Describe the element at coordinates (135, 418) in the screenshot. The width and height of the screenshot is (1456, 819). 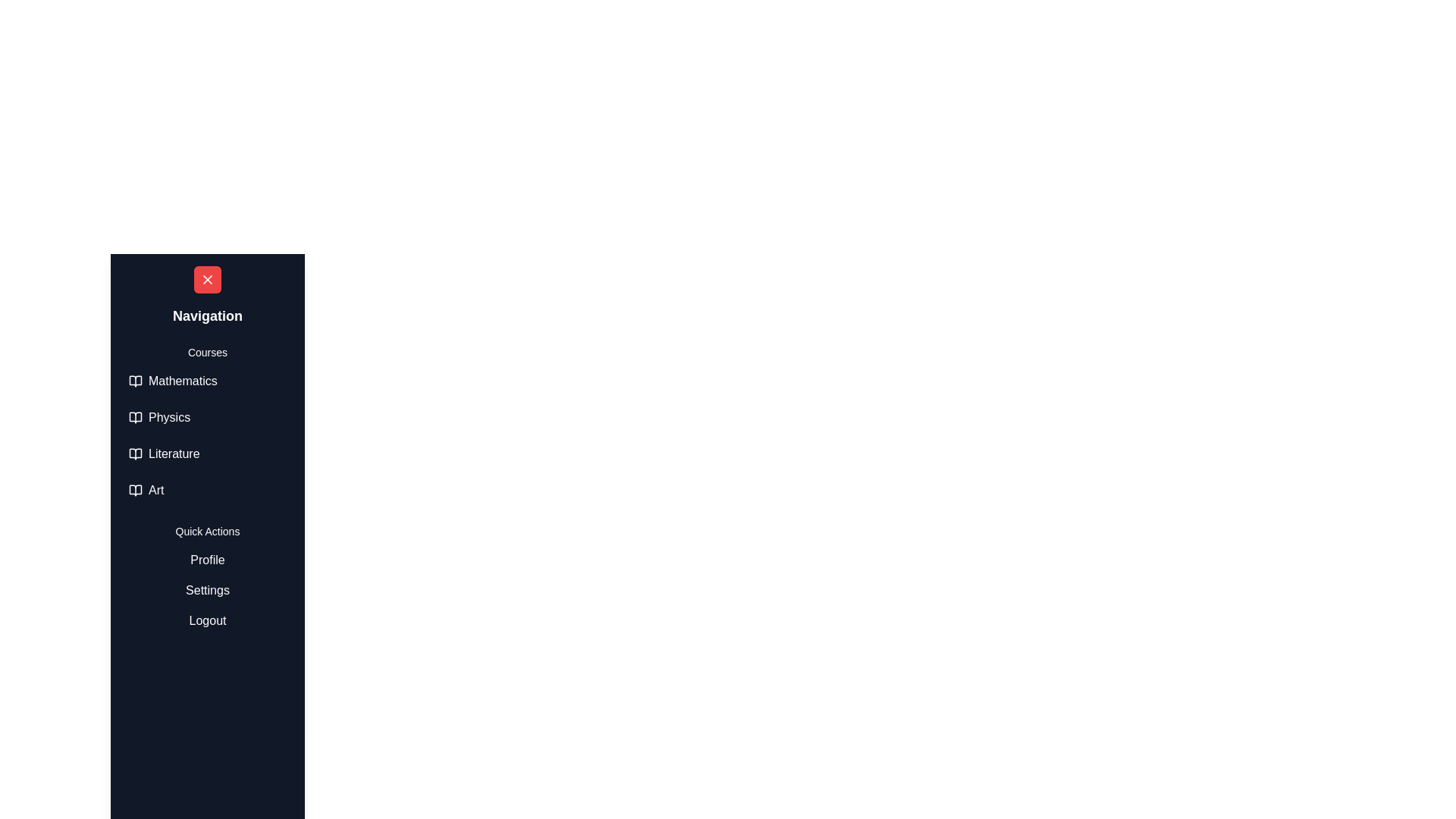
I see `the open book icon located to the left of the 'Physics' label in the 'Courses' section of the sidebar` at that location.